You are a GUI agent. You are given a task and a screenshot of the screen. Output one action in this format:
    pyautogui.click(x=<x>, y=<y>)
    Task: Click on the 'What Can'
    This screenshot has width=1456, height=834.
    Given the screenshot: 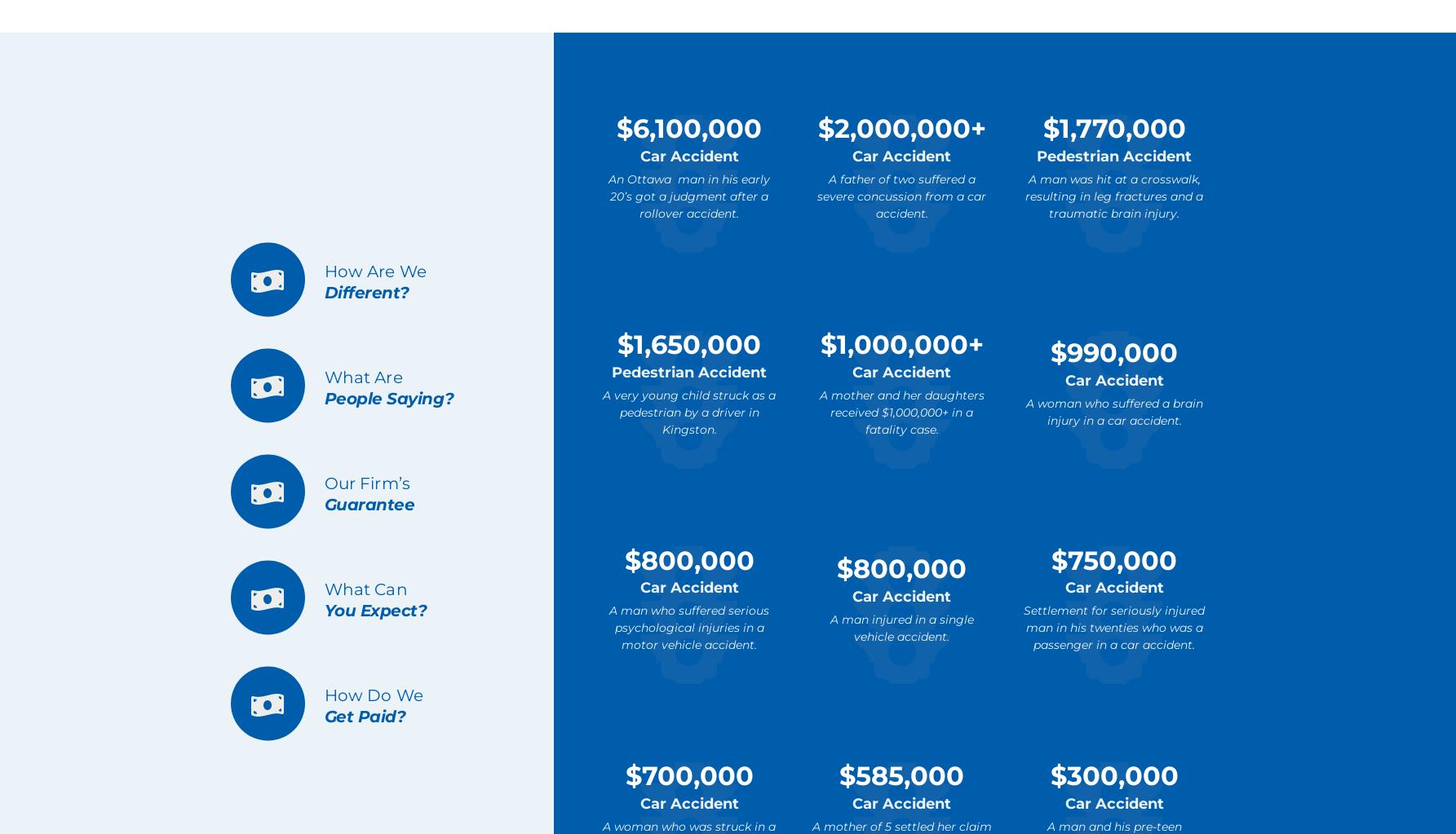 What is the action you would take?
    pyautogui.click(x=365, y=589)
    